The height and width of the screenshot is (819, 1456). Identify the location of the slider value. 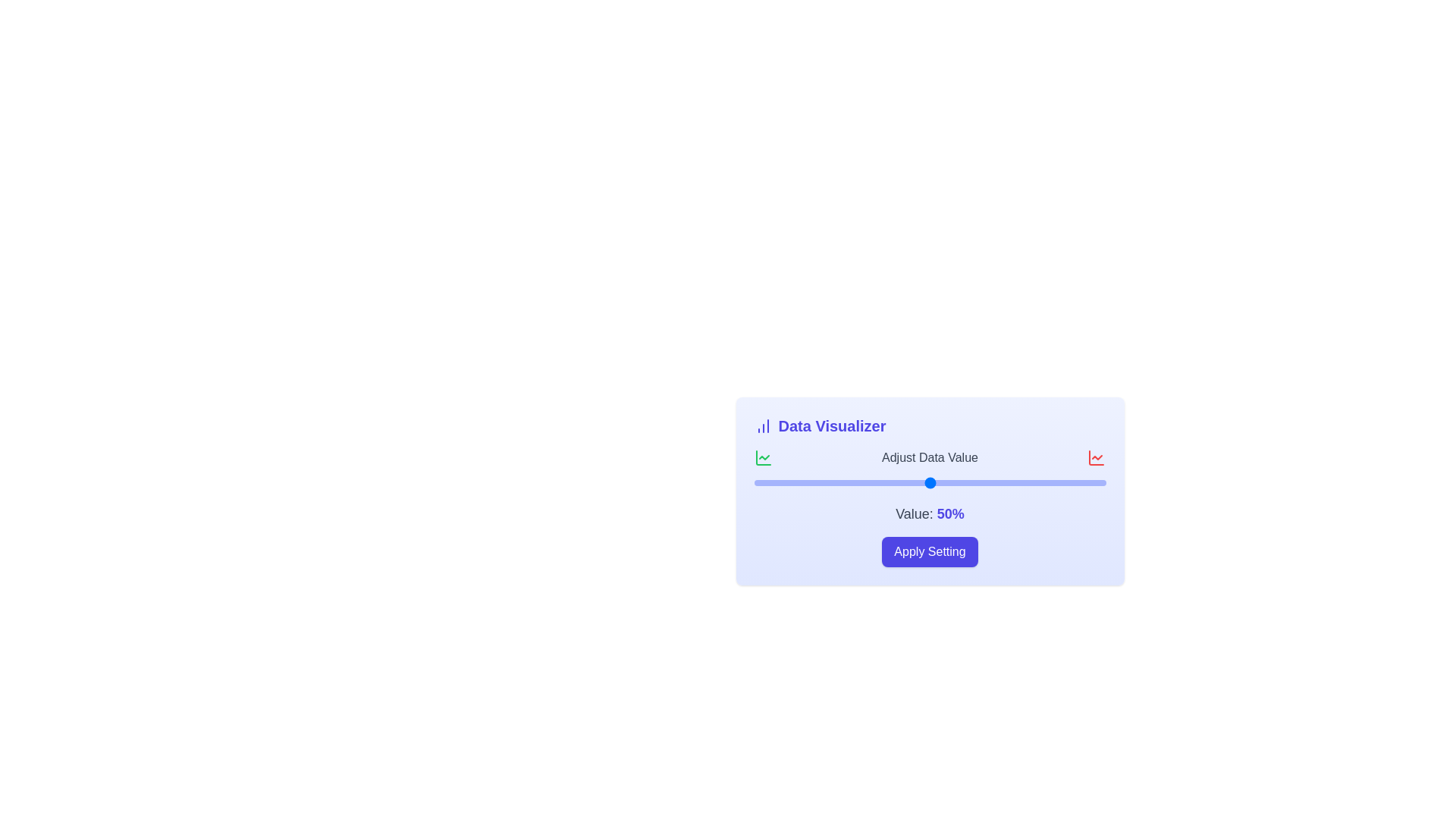
(905, 482).